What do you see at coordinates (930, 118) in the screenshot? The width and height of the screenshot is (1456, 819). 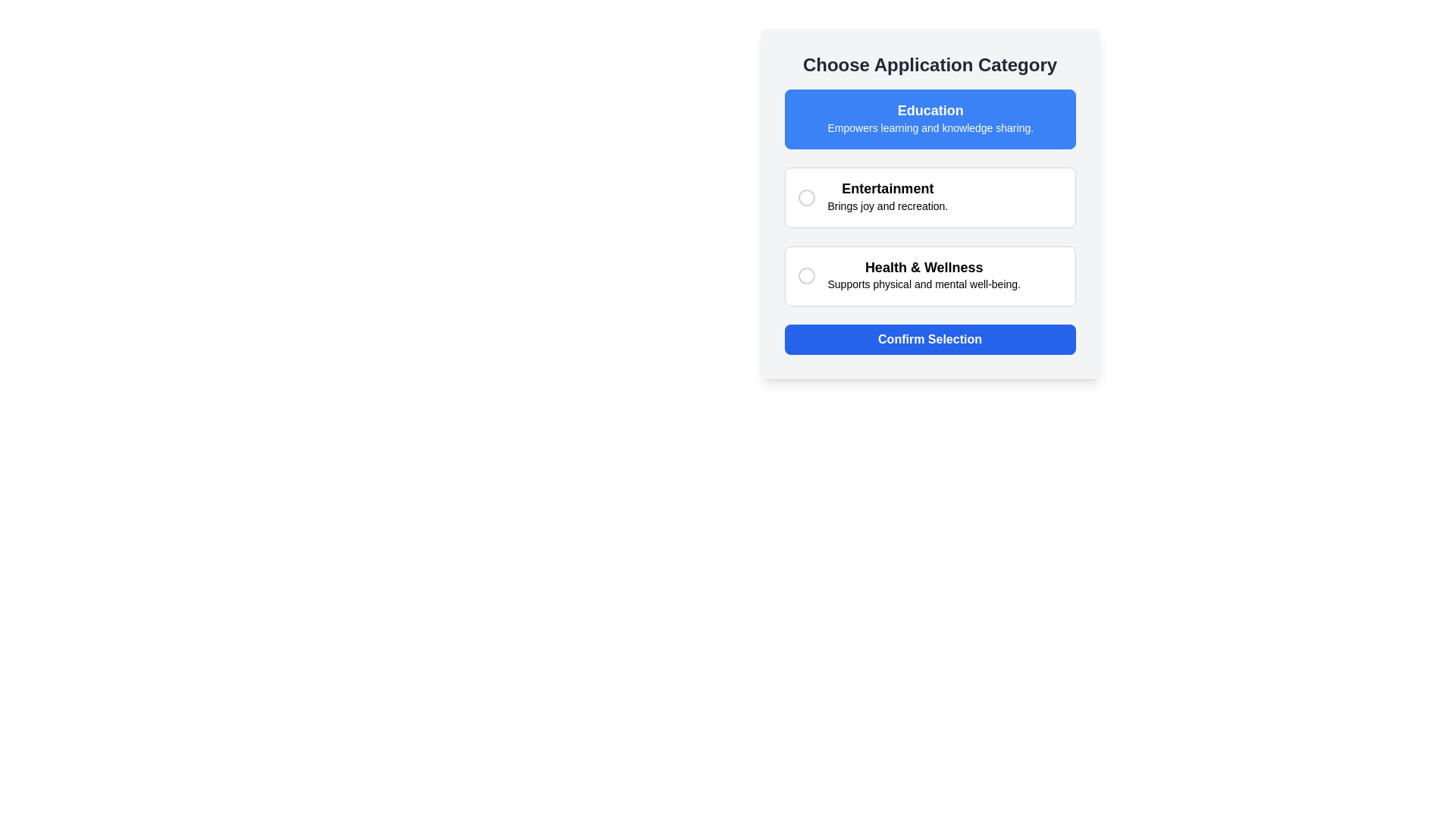 I see `the selectable text label representing the 'Education' category in the application categories list` at bounding box center [930, 118].